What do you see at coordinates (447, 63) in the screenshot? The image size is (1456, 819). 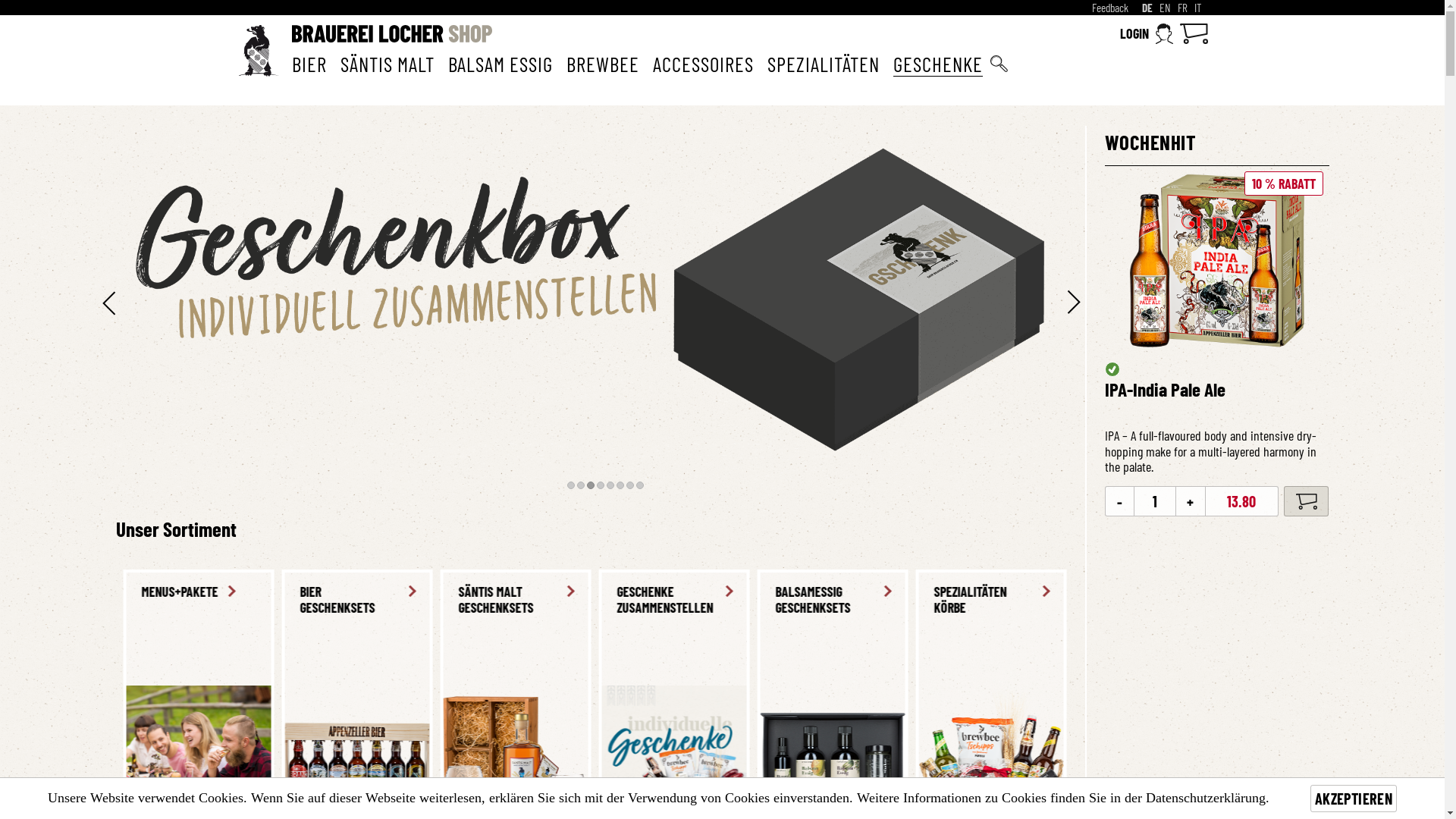 I see `'BALSAM ESSIG'` at bounding box center [447, 63].